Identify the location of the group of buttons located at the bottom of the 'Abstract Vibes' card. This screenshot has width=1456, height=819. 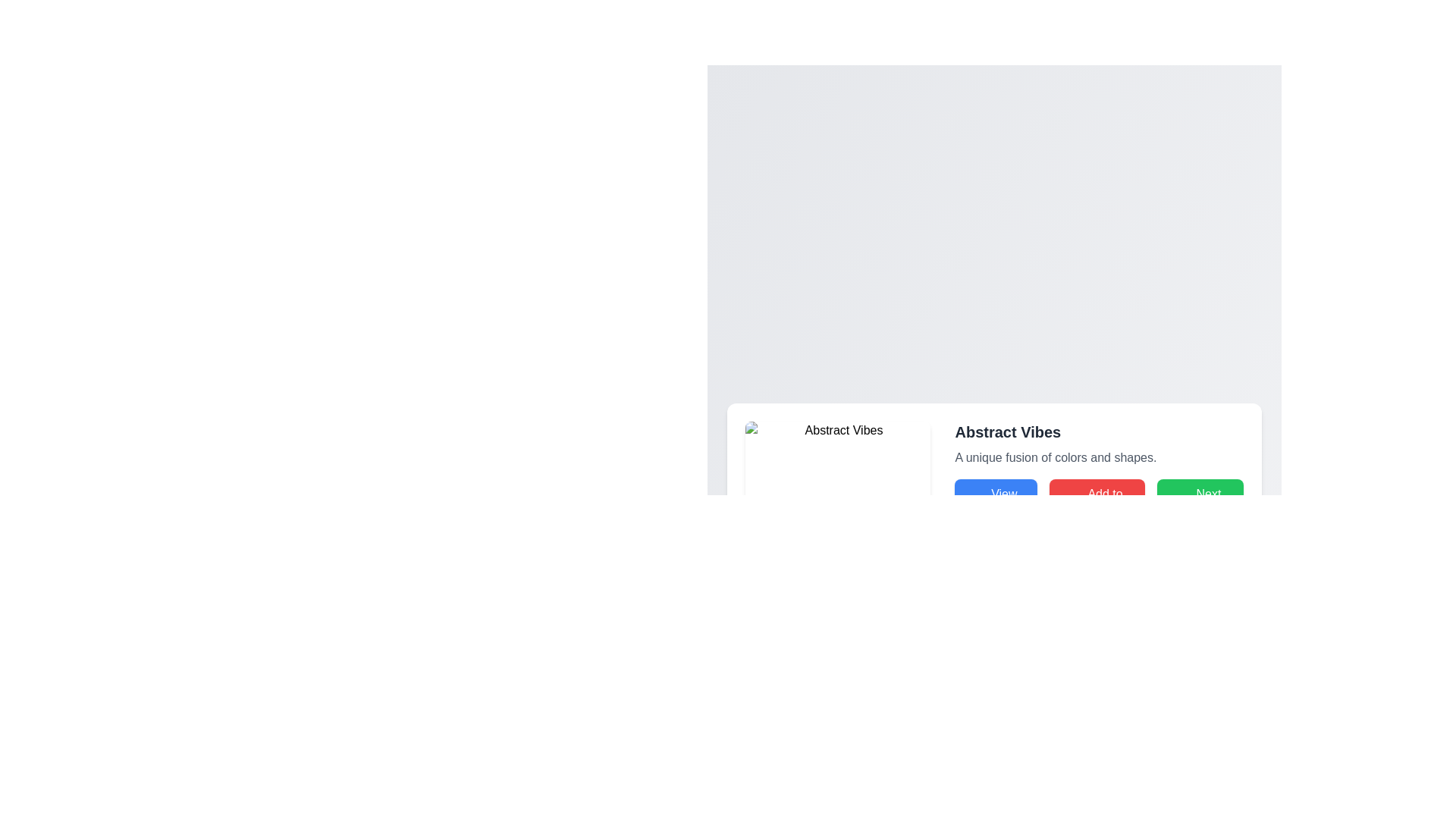
(1099, 503).